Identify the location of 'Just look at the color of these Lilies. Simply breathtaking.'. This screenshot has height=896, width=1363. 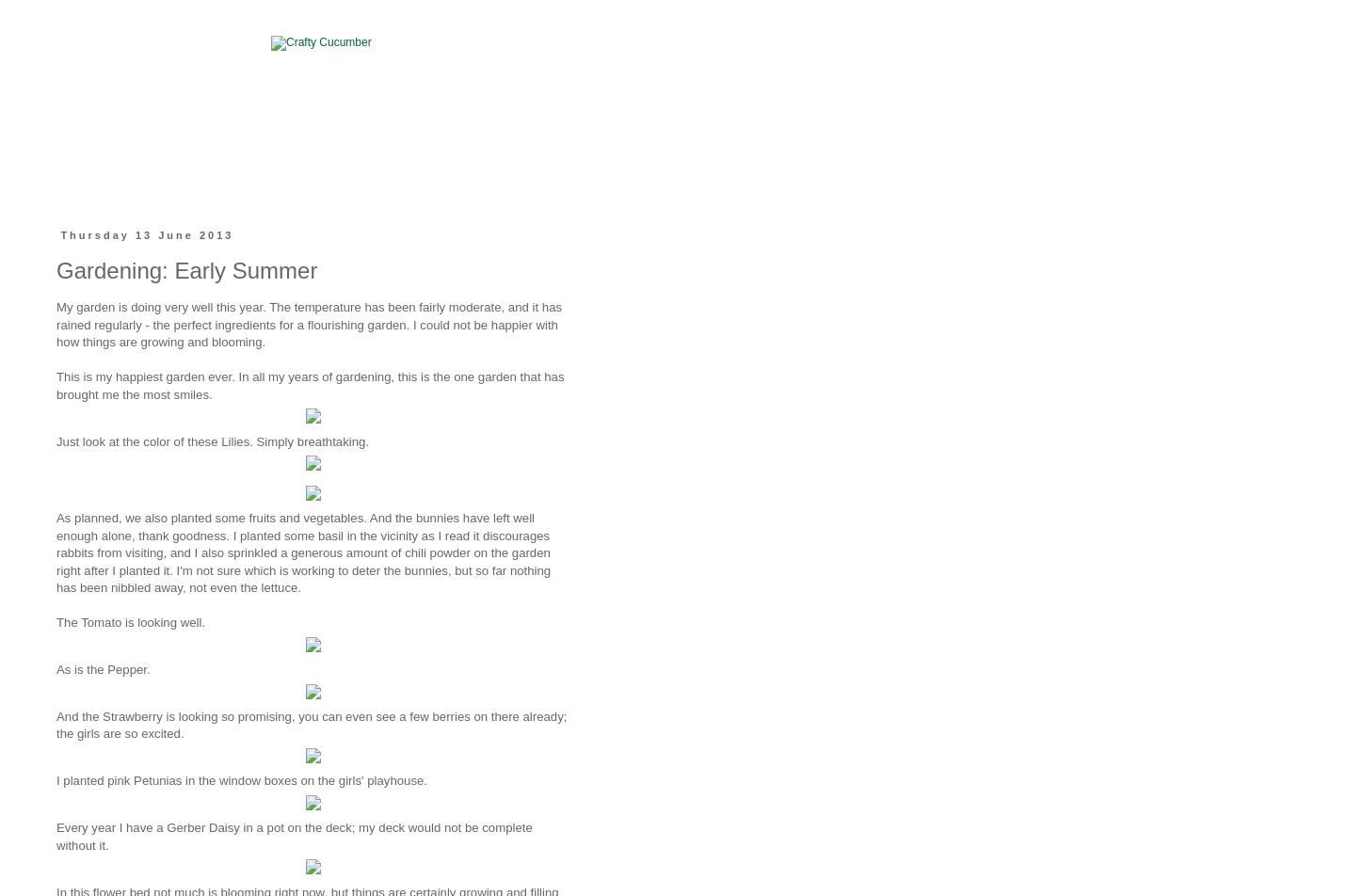
(56, 440).